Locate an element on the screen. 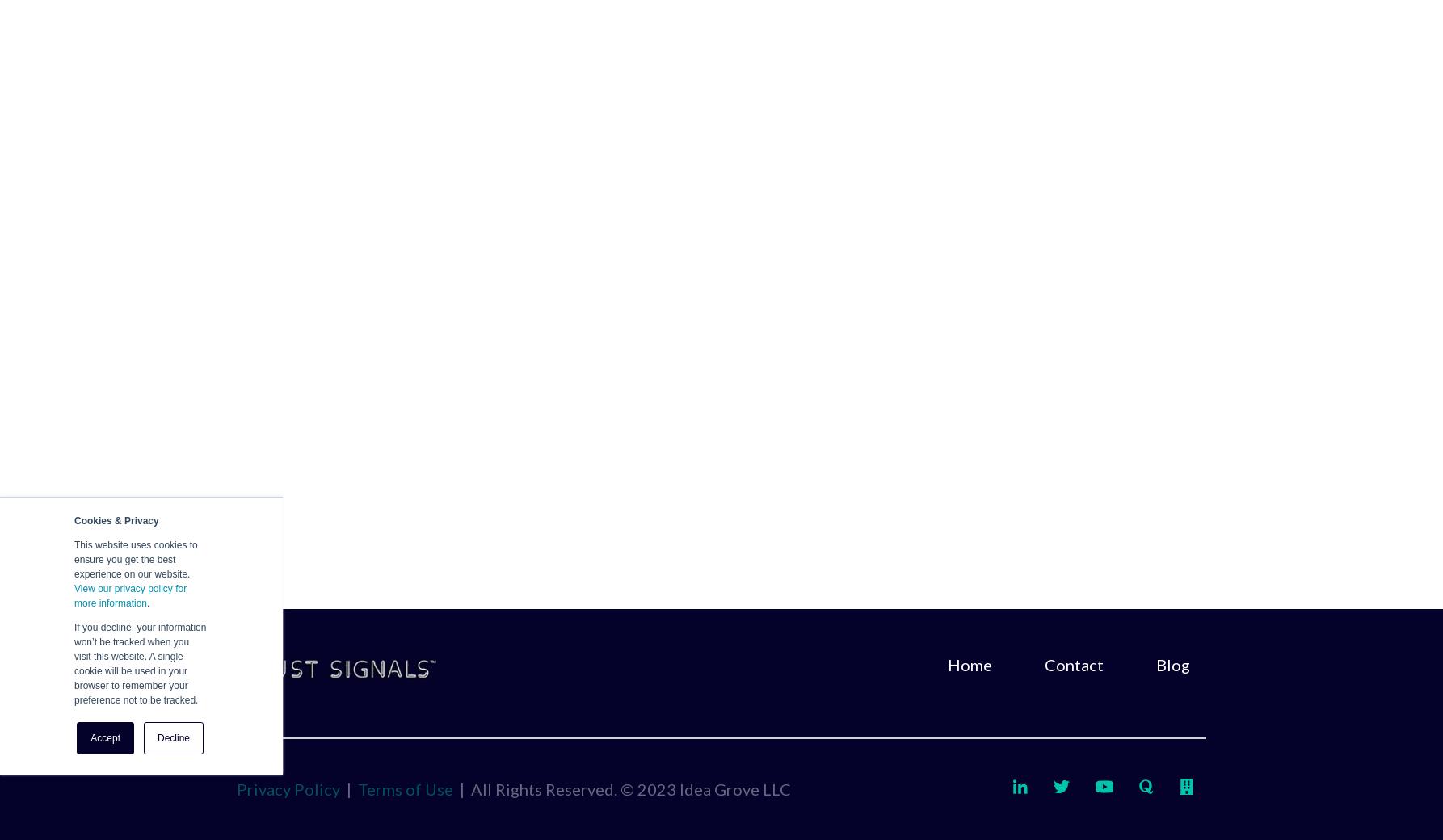 The height and width of the screenshot is (840, 1443). 'Accept' is located at coordinates (105, 737).